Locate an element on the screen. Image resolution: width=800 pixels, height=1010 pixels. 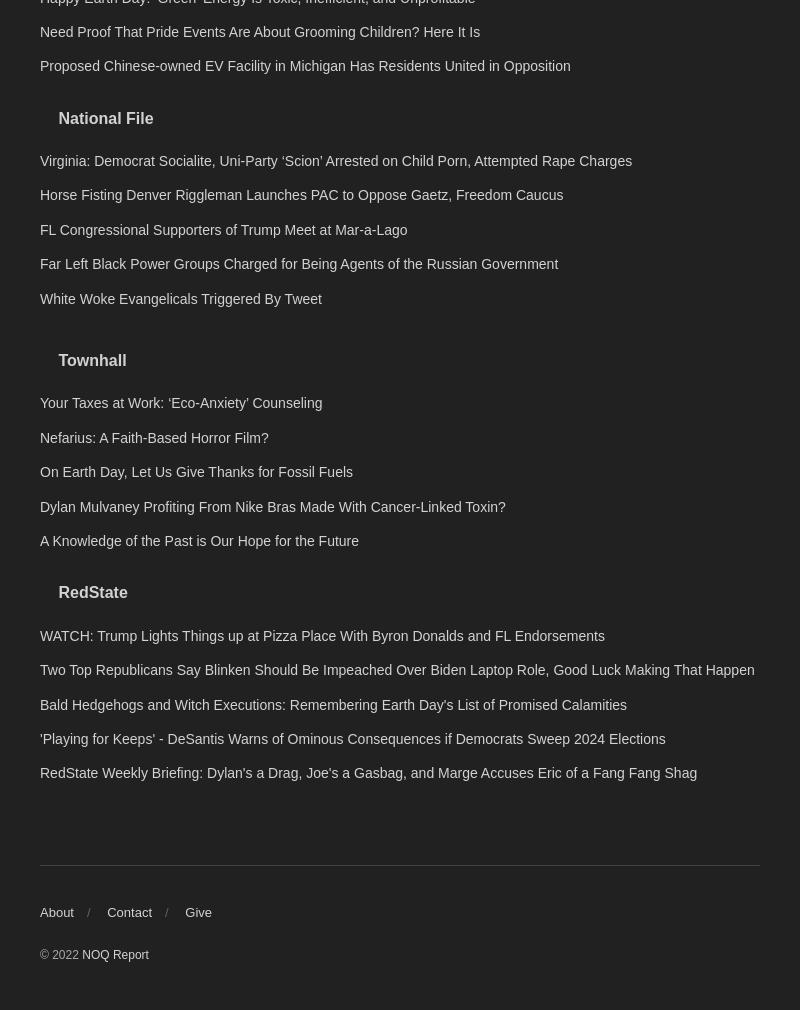
'Two Top Republicans Say Blinken Should Be Impeached Over Biden Laptop Role, Good Luck Making That Happen' is located at coordinates (39, 950).